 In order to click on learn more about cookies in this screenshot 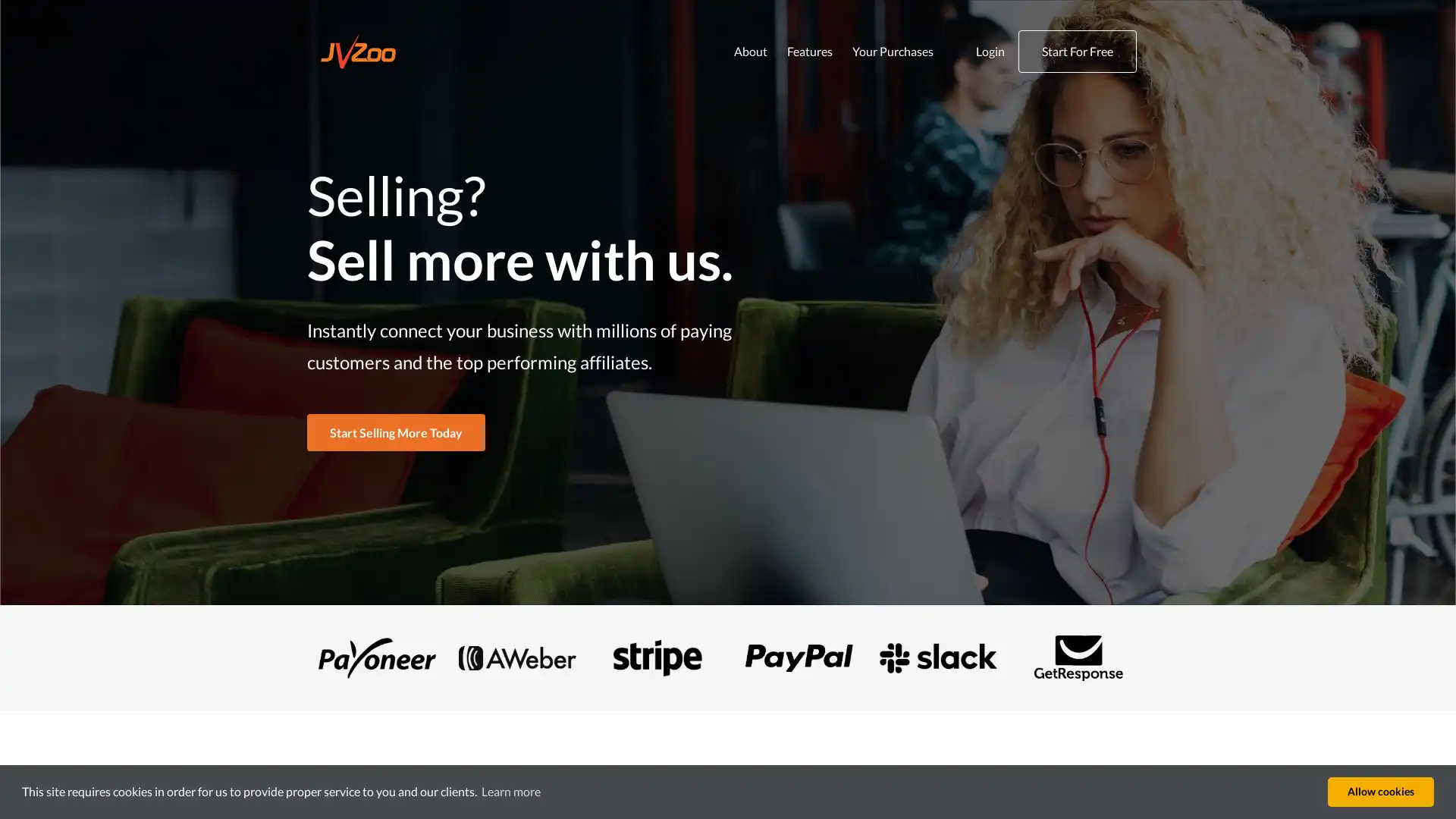, I will do `click(510, 791)`.